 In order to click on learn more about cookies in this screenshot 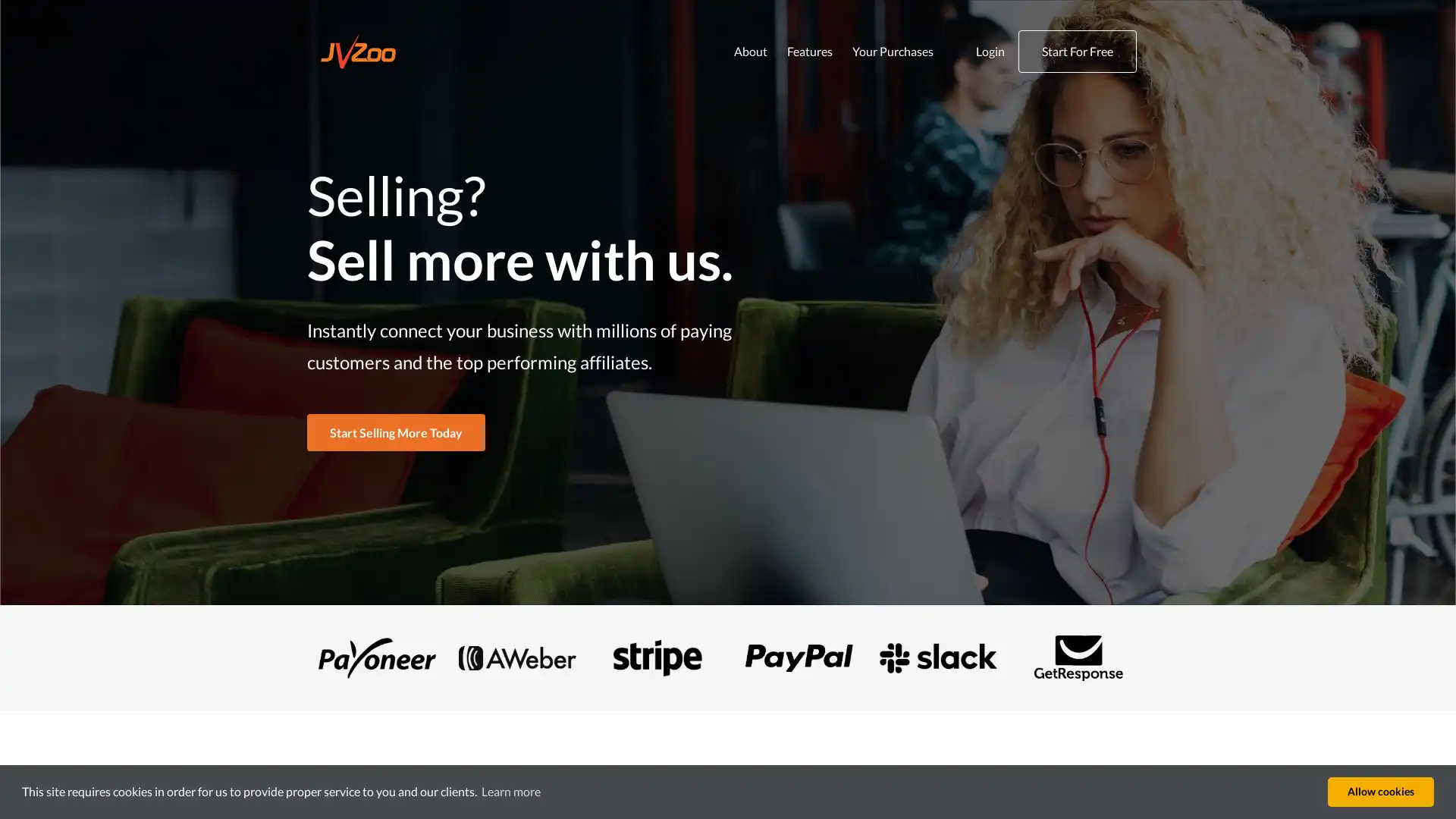, I will do `click(510, 791)`.